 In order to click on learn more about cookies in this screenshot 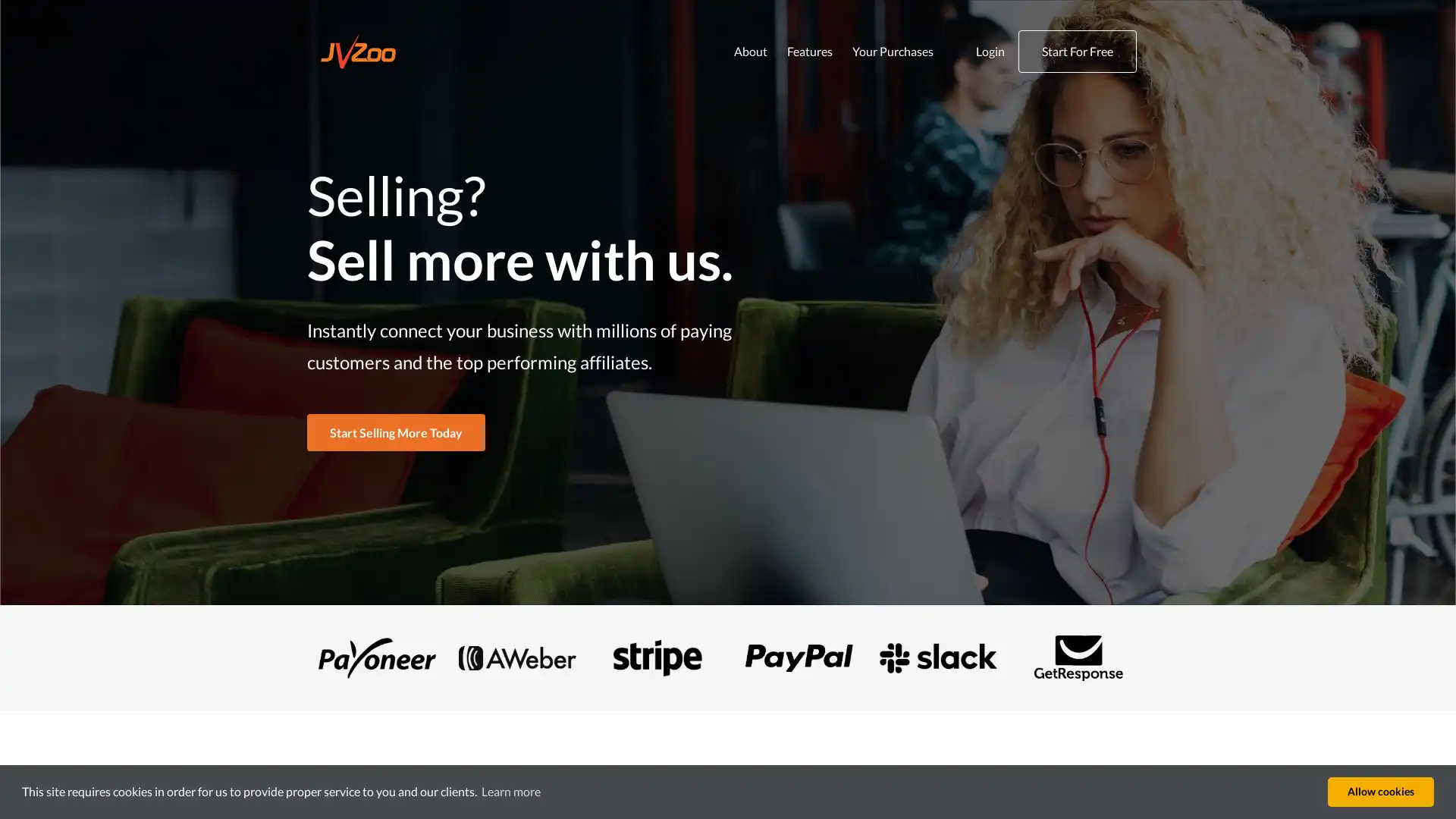, I will do `click(510, 791)`.